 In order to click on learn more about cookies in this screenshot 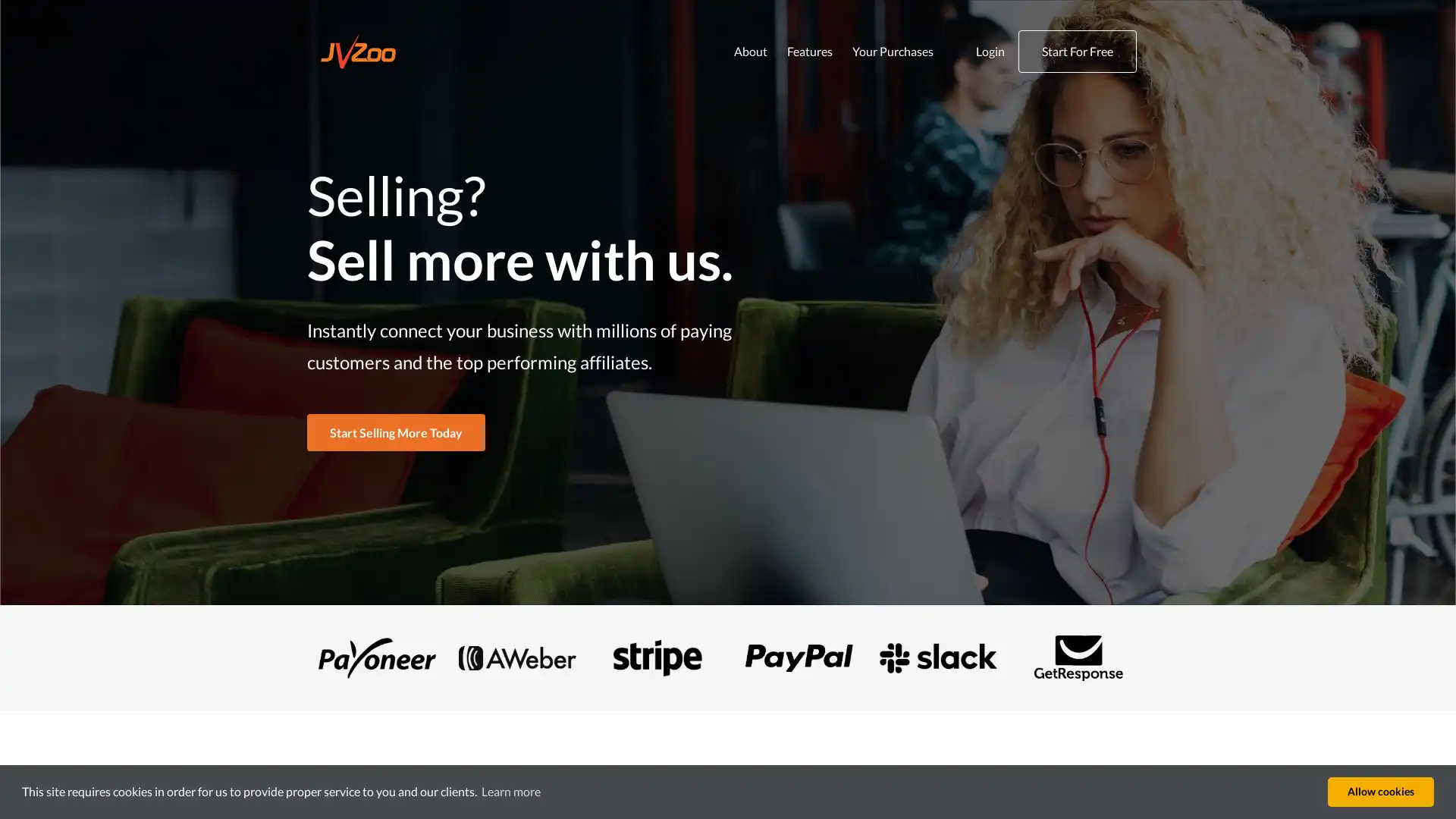, I will do `click(510, 791)`.